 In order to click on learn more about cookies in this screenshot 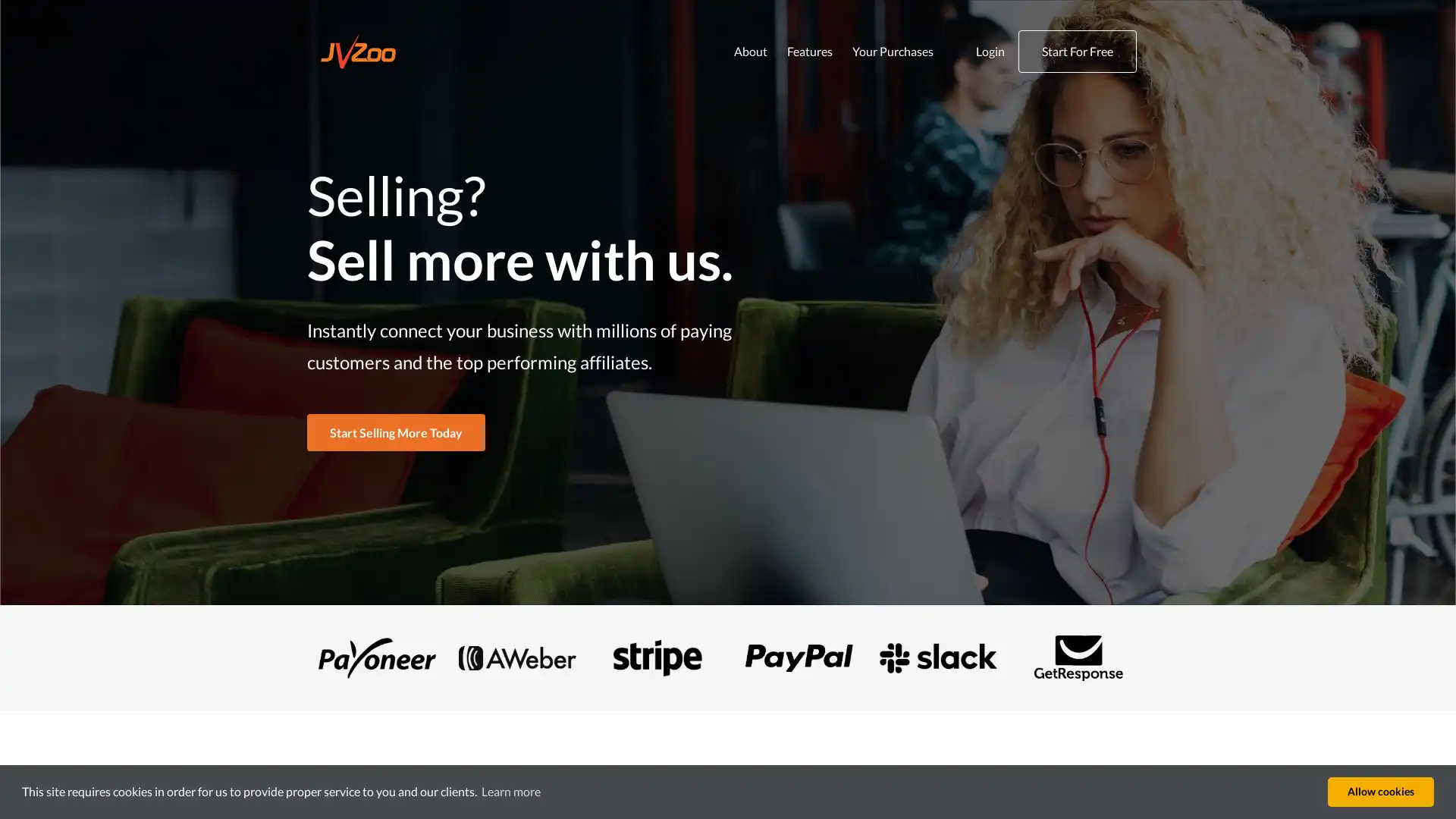, I will do `click(510, 791)`.